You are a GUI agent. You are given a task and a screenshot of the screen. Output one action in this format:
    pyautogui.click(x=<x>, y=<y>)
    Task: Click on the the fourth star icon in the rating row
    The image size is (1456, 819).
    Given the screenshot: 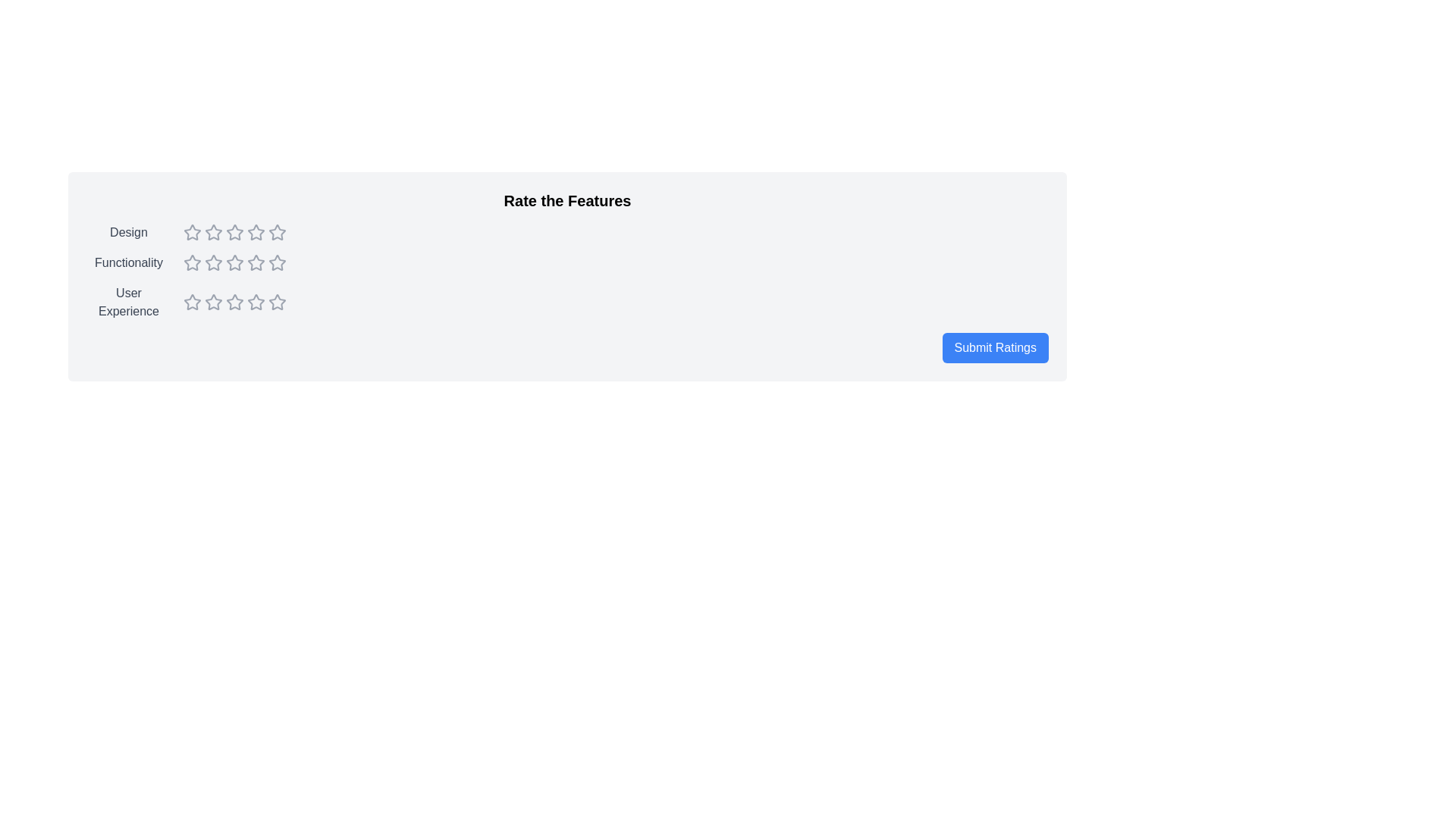 What is the action you would take?
    pyautogui.click(x=234, y=233)
    